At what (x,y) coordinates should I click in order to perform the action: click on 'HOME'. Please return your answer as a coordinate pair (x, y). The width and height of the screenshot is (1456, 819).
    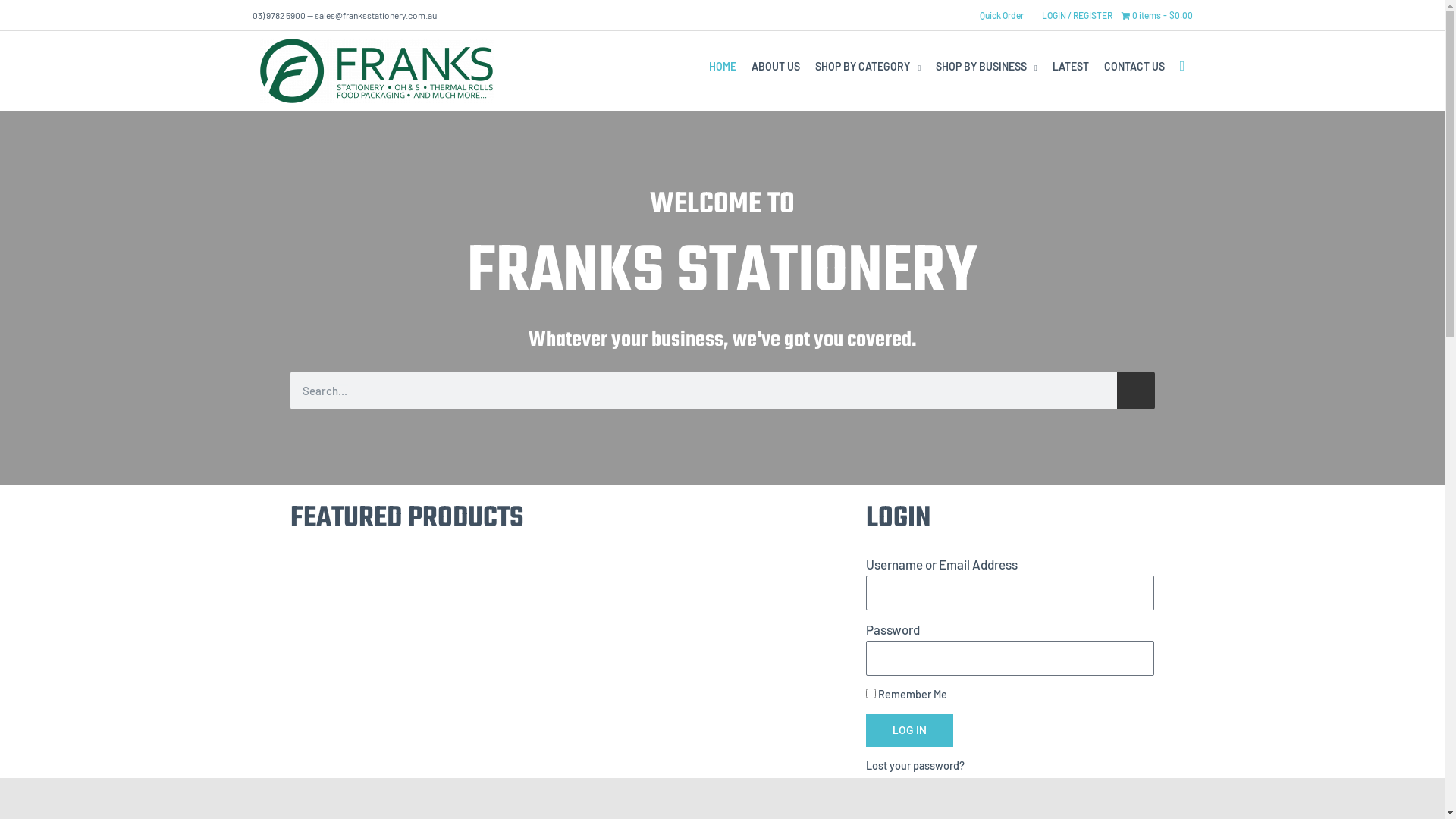
    Looking at the image, I should click on (722, 66).